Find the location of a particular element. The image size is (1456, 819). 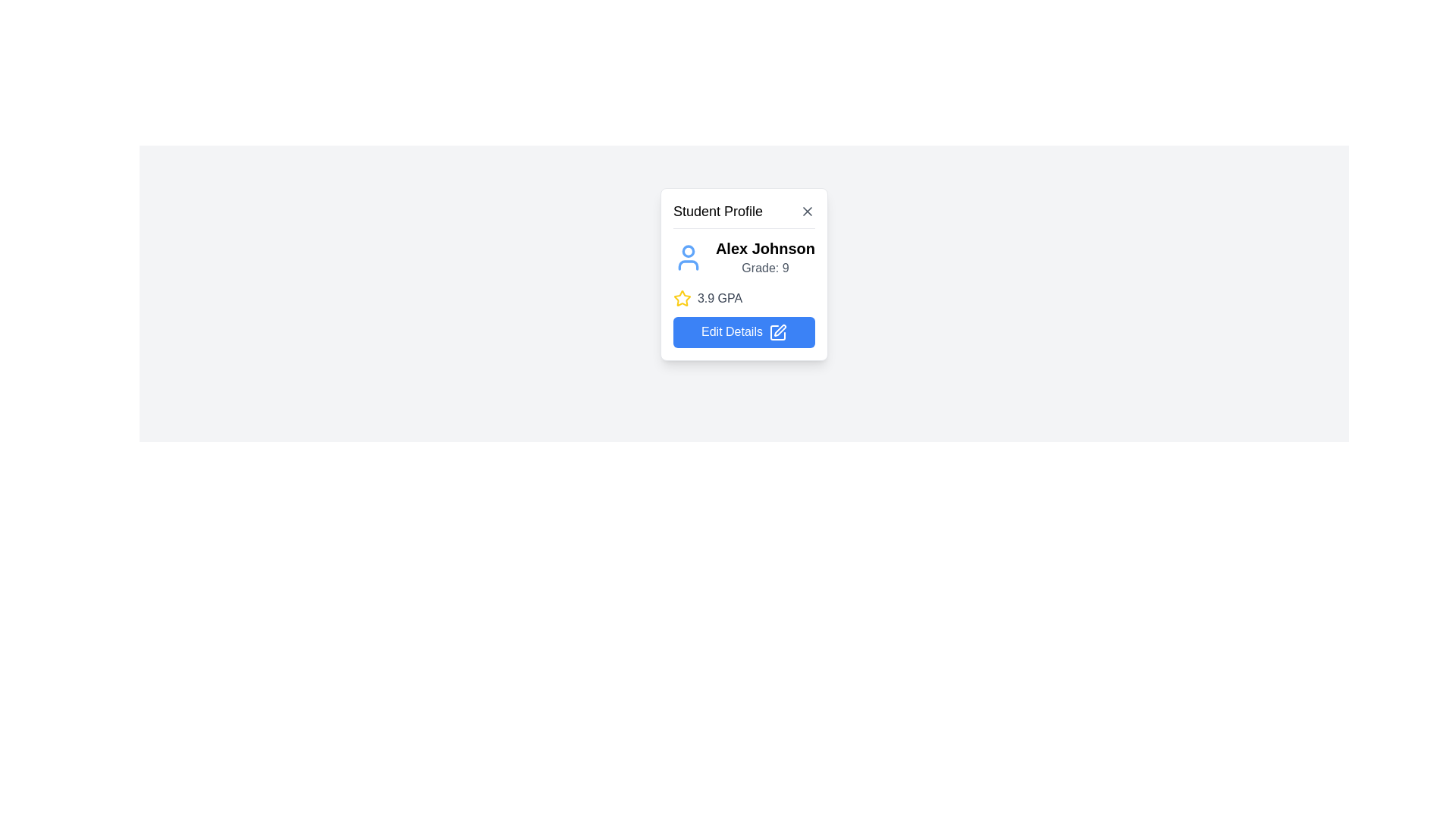

the user representation icon located at the top-left corner of the 'Student Profile' card, next to the name 'Alex Johnson' is located at coordinates (687, 256).